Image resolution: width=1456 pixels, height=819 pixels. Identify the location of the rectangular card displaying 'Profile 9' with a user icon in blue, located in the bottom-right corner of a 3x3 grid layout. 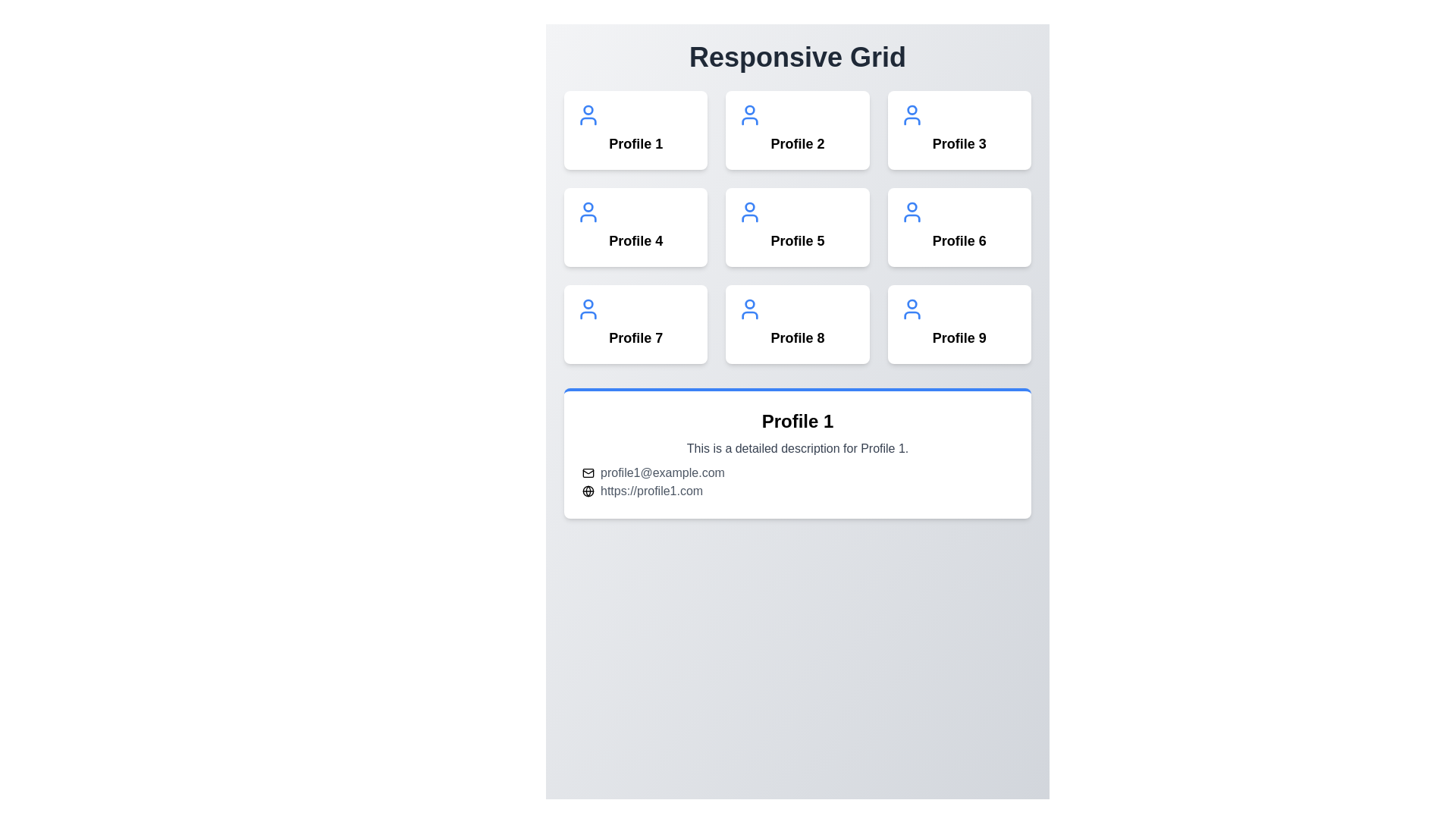
(959, 324).